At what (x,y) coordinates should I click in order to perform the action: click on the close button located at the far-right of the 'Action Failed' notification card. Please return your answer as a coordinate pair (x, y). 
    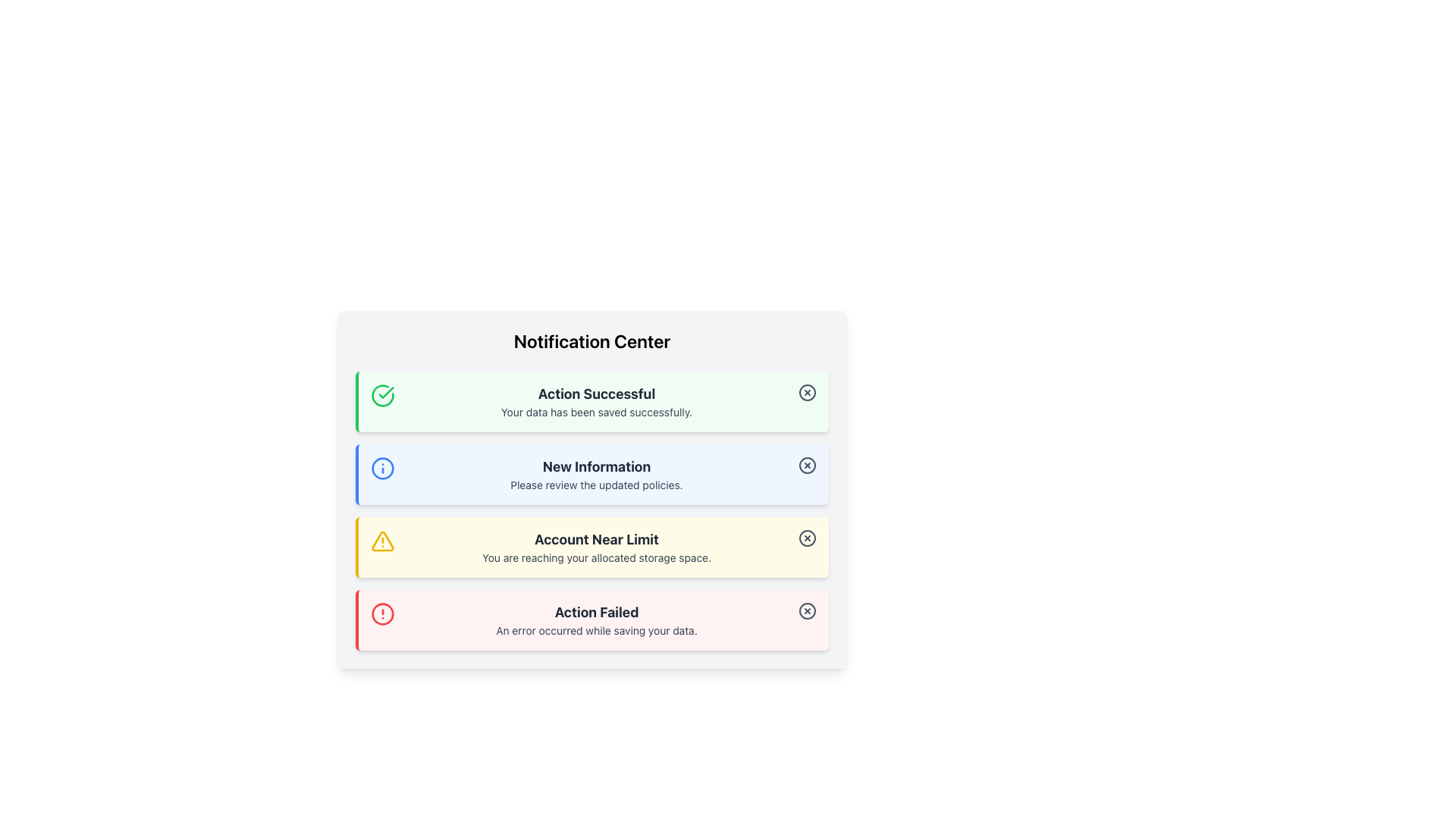
    Looking at the image, I should click on (807, 610).